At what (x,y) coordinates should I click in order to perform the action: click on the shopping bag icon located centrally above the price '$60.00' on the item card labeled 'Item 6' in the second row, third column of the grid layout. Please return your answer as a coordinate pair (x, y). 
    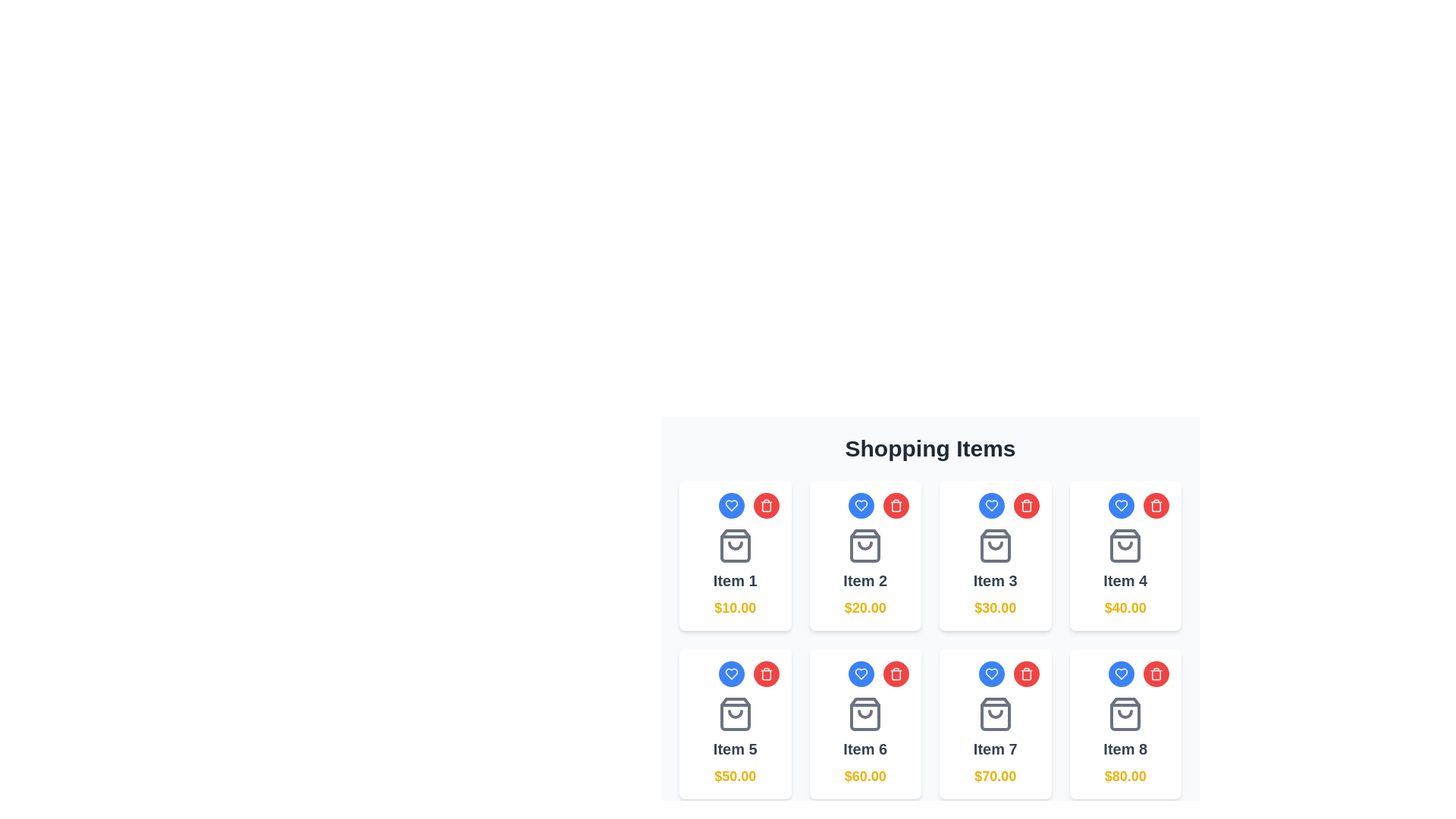
    Looking at the image, I should click on (865, 714).